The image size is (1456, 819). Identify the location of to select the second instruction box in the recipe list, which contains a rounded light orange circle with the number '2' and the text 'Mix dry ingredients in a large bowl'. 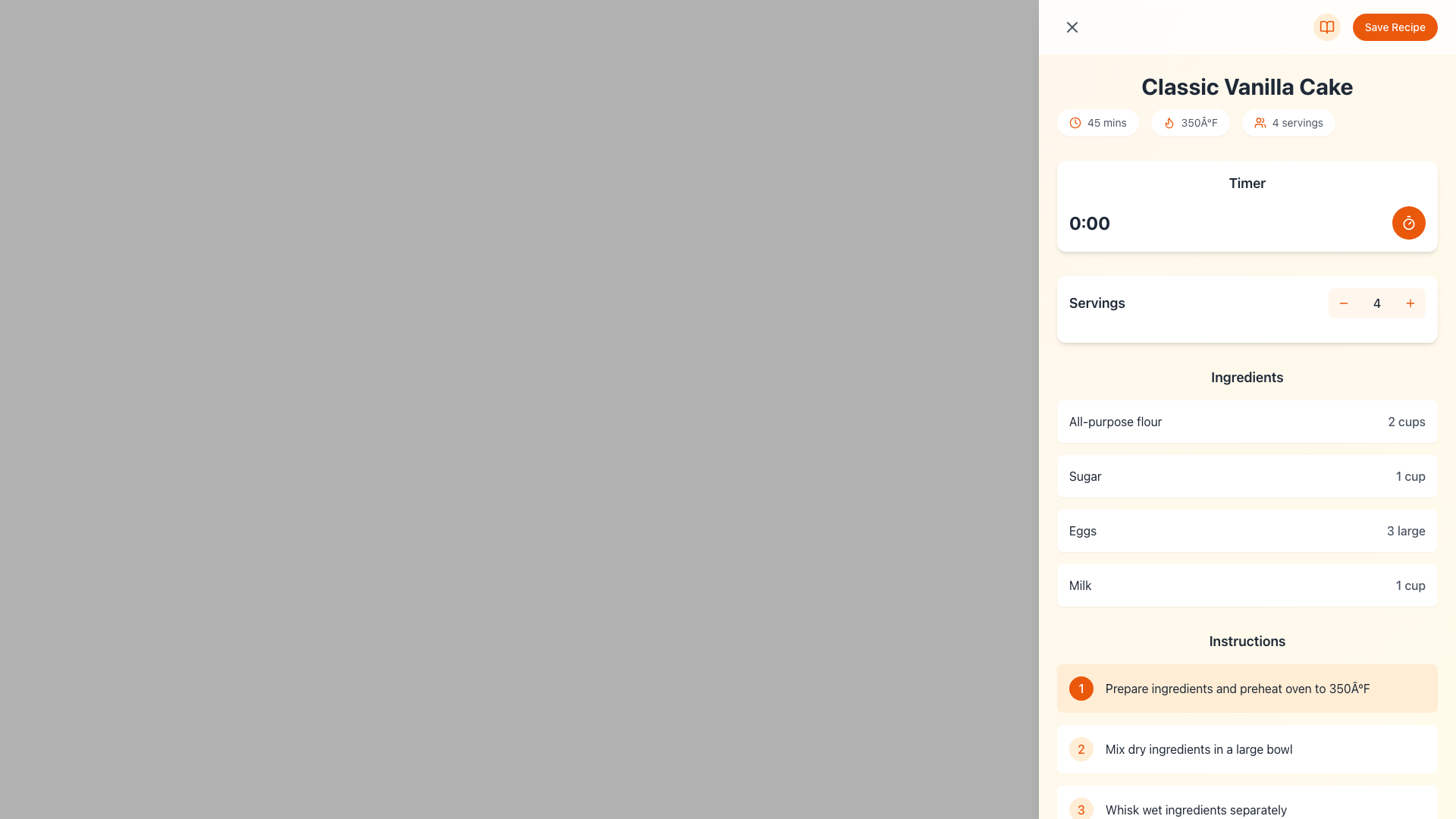
(1247, 748).